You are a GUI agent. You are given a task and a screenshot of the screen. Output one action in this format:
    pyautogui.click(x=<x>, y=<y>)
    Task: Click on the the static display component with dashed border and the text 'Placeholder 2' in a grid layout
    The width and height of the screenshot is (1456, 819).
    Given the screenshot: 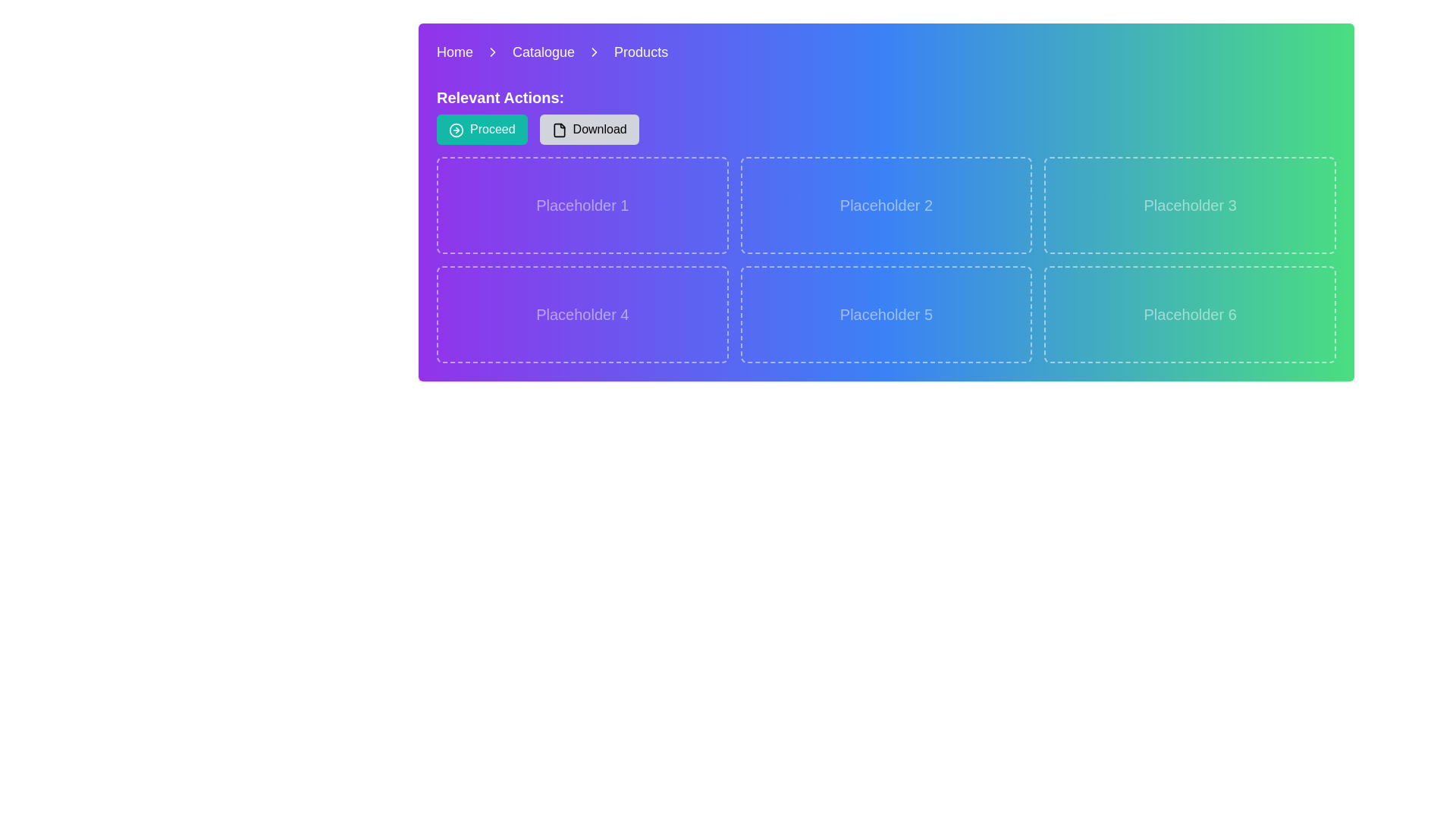 What is the action you would take?
    pyautogui.click(x=886, y=205)
    